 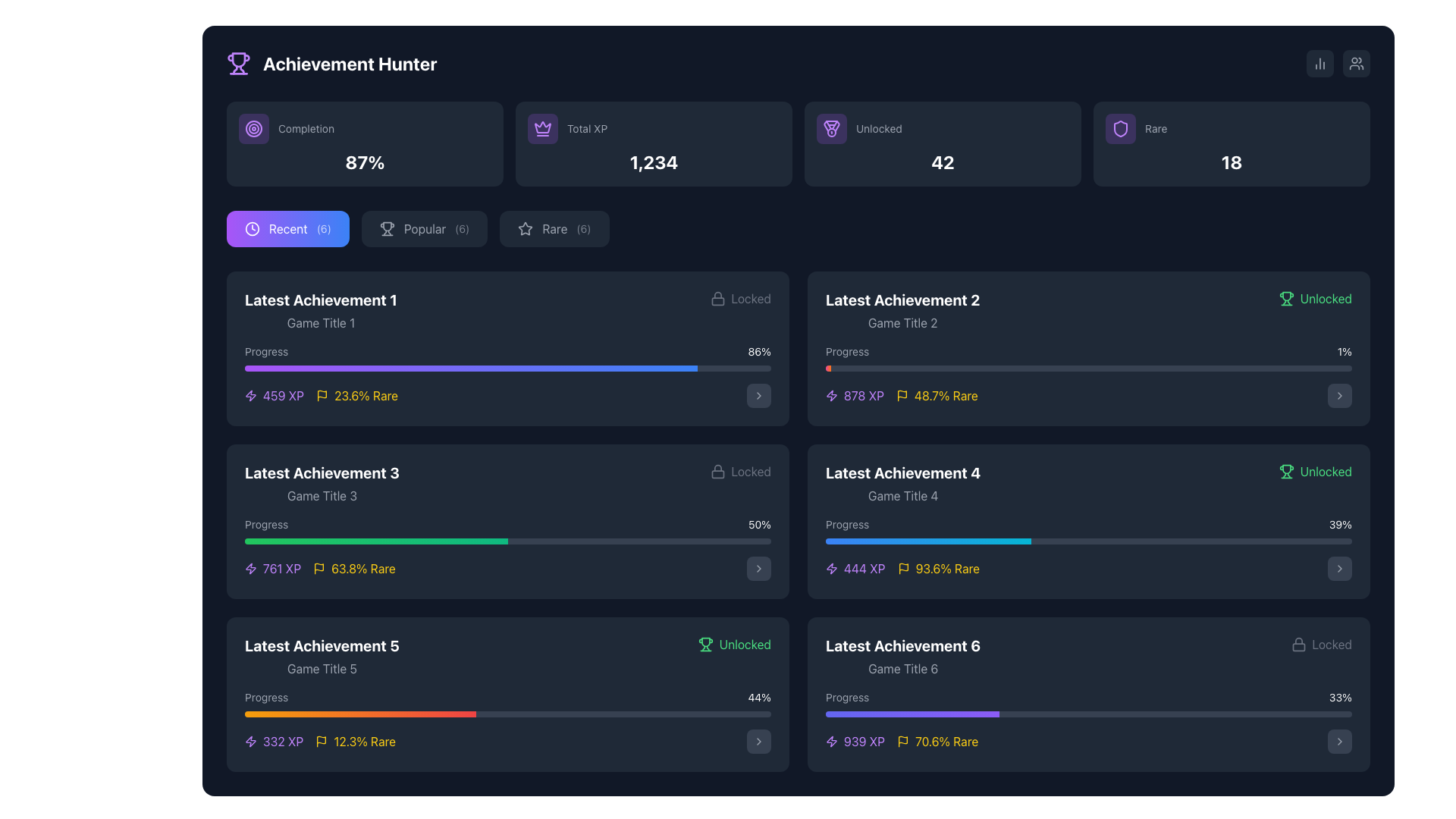 What do you see at coordinates (1087, 529) in the screenshot?
I see `percentage value displayed on the horizontal progress bar labeled 'Progress', which shows 39% completion, located in the 'Latest Achievement 4' card` at bounding box center [1087, 529].